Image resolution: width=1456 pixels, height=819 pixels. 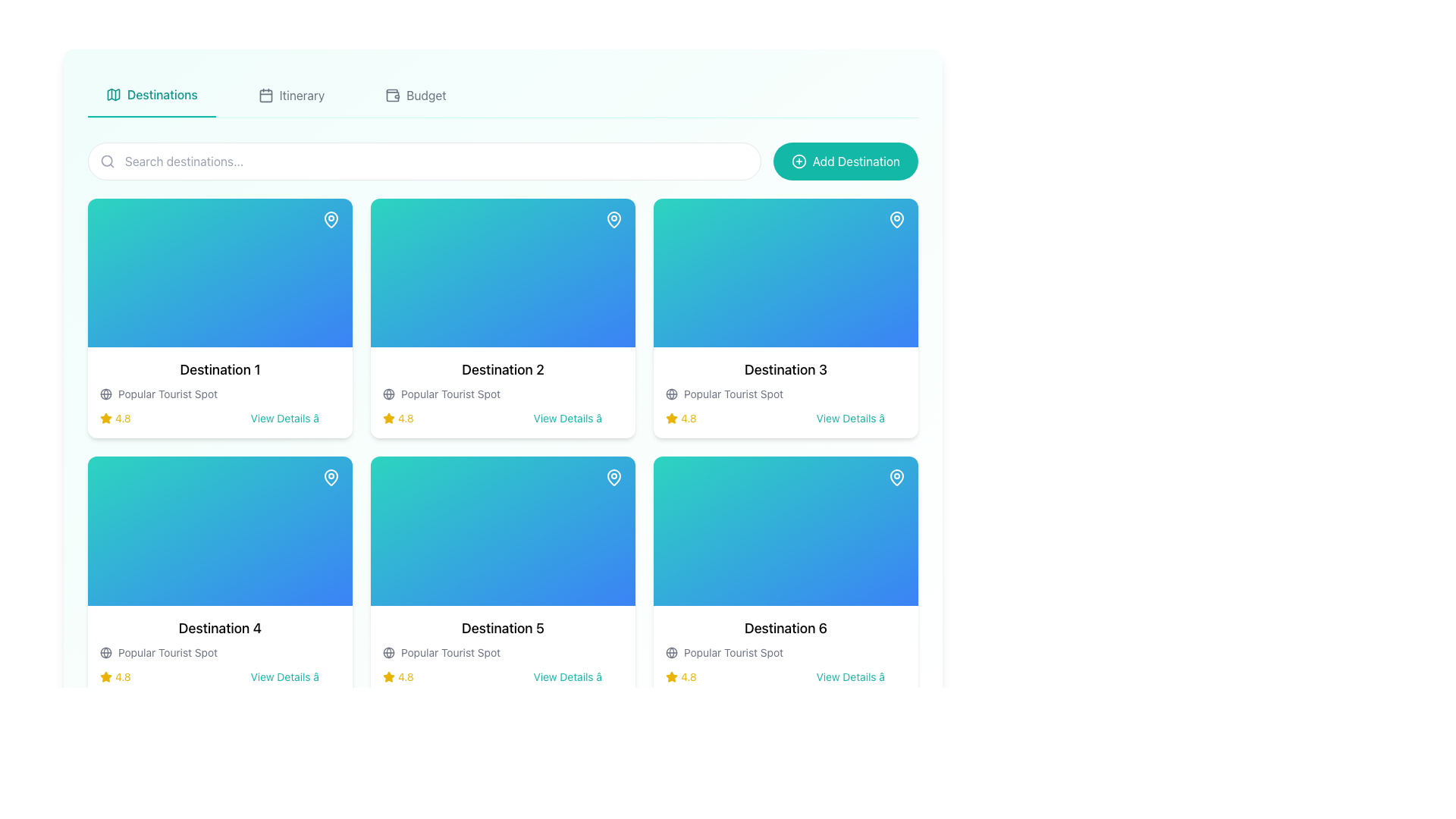 What do you see at coordinates (896, 219) in the screenshot?
I see `the icon located at the top-right corner of the 'Destination 3' card, which visually indicates a location on the map` at bounding box center [896, 219].